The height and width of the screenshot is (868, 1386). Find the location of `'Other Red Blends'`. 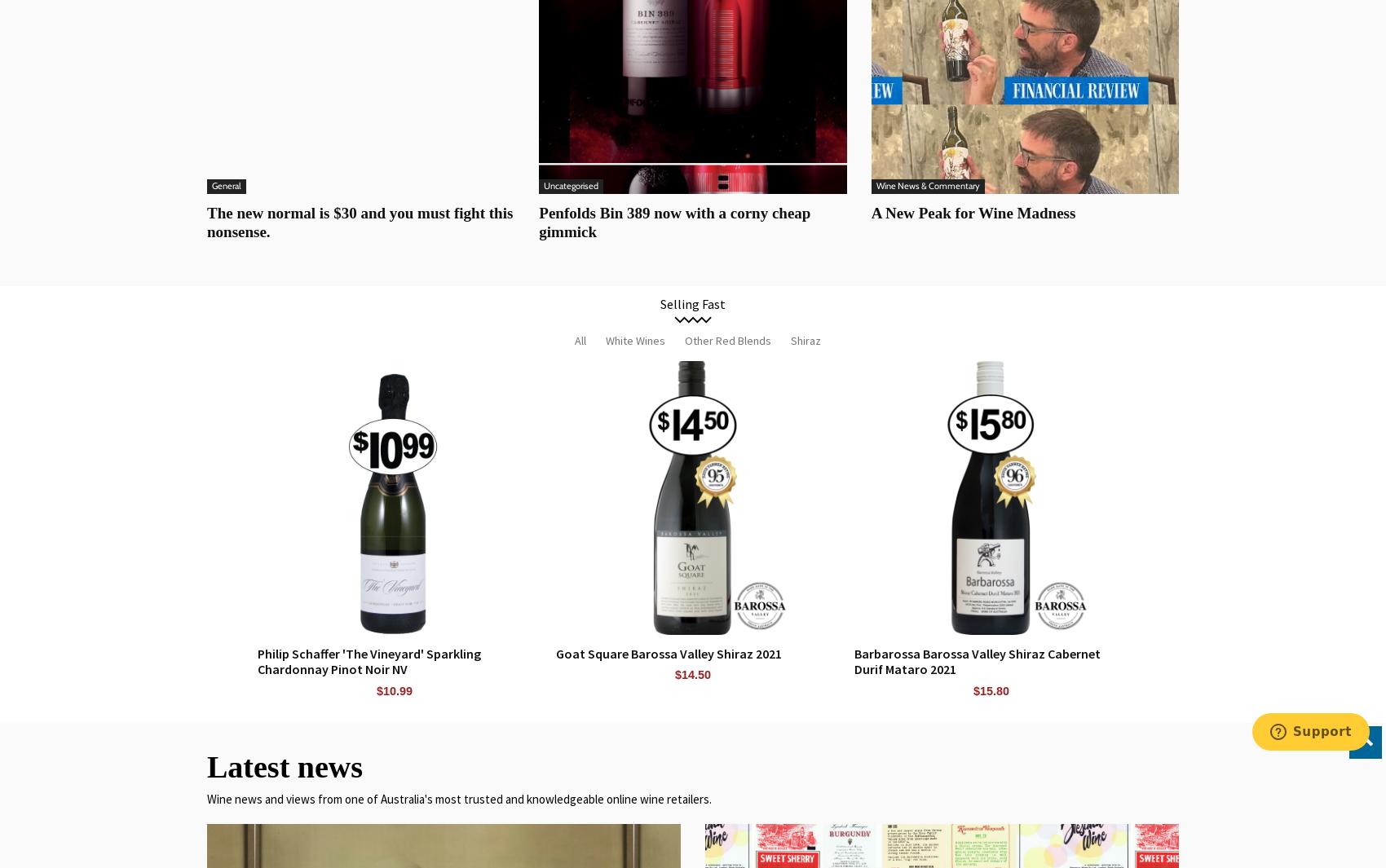

'Other Red Blends' is located at coordinates (728, 338).